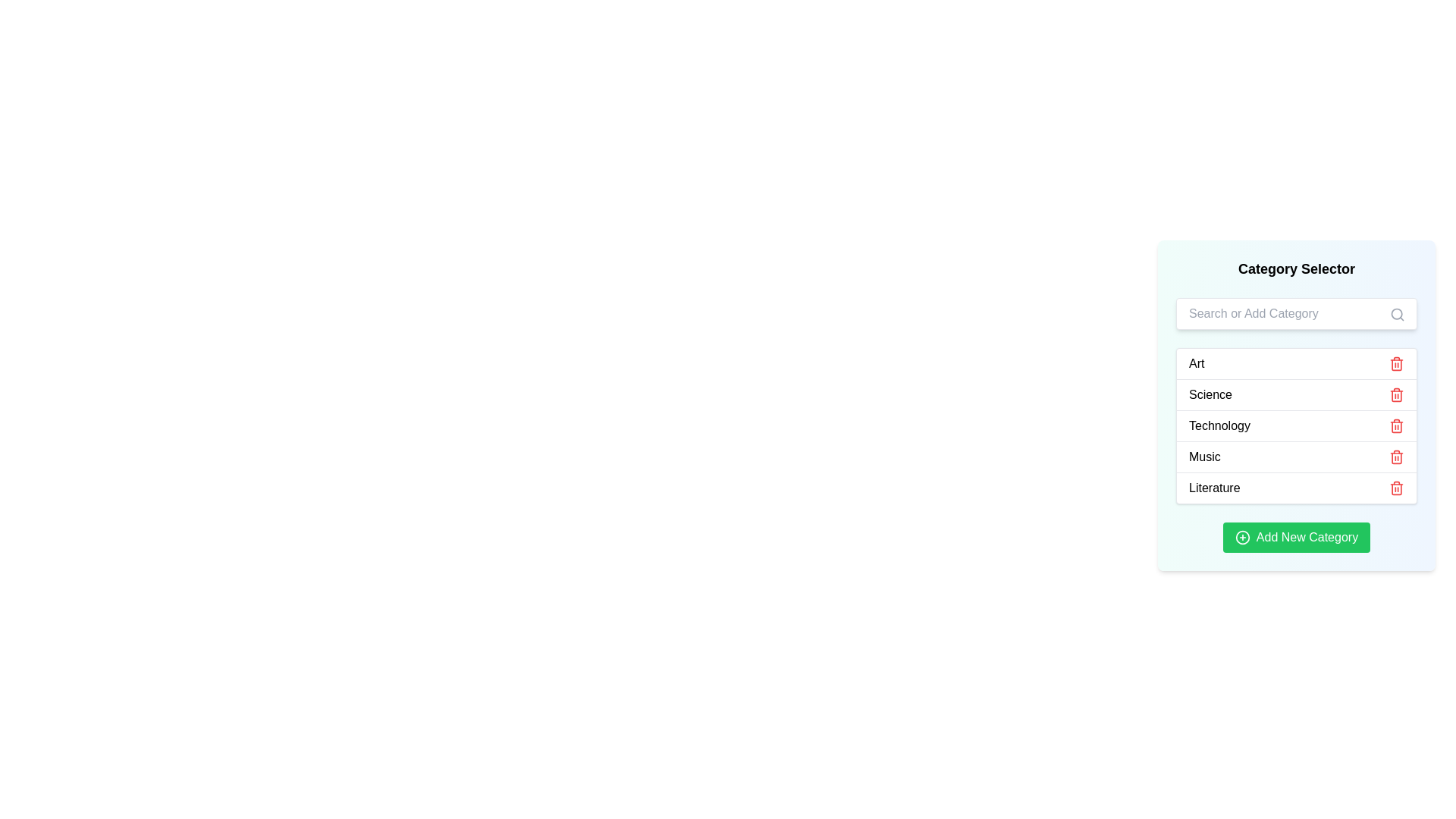 The width and height of the screenshot is (1456, 819). What do you see at coordinates (1396, 488) in the screenshot?
I see `the delete button for the 'Literature' category` at bounding box center [1396, 488].